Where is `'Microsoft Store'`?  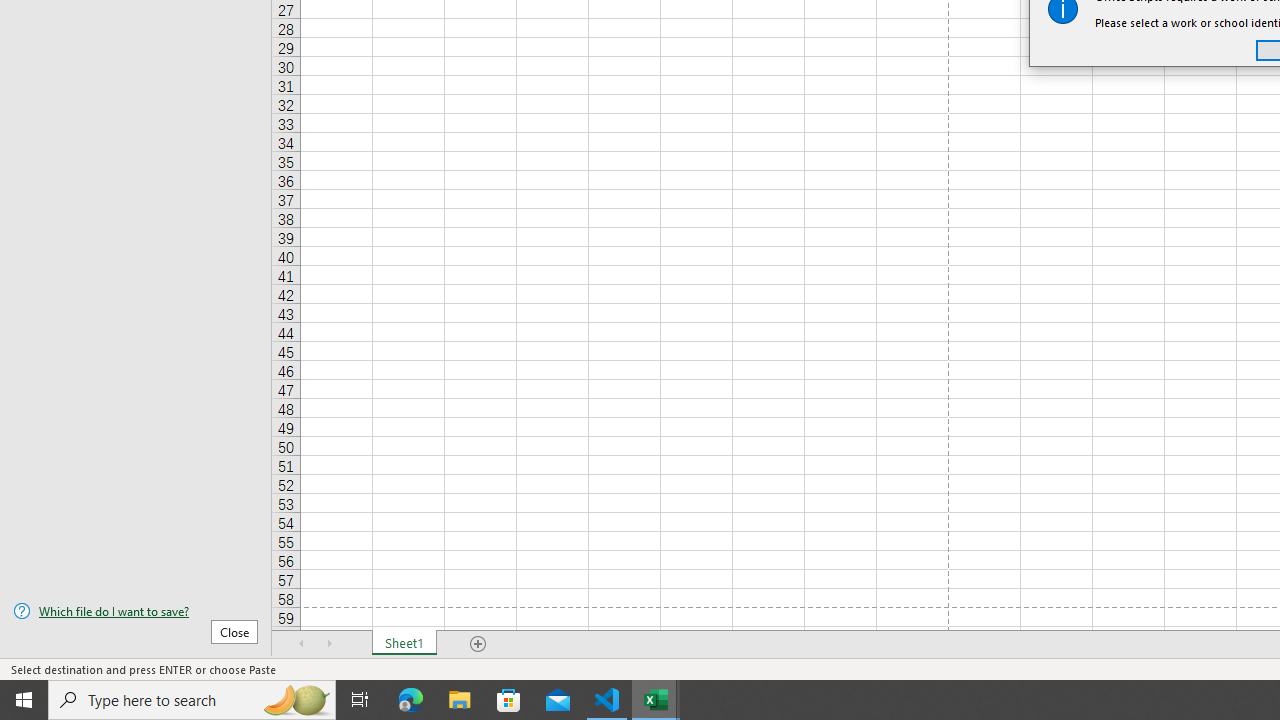 'Microsoft Store' is located at coordinates (509, 698).